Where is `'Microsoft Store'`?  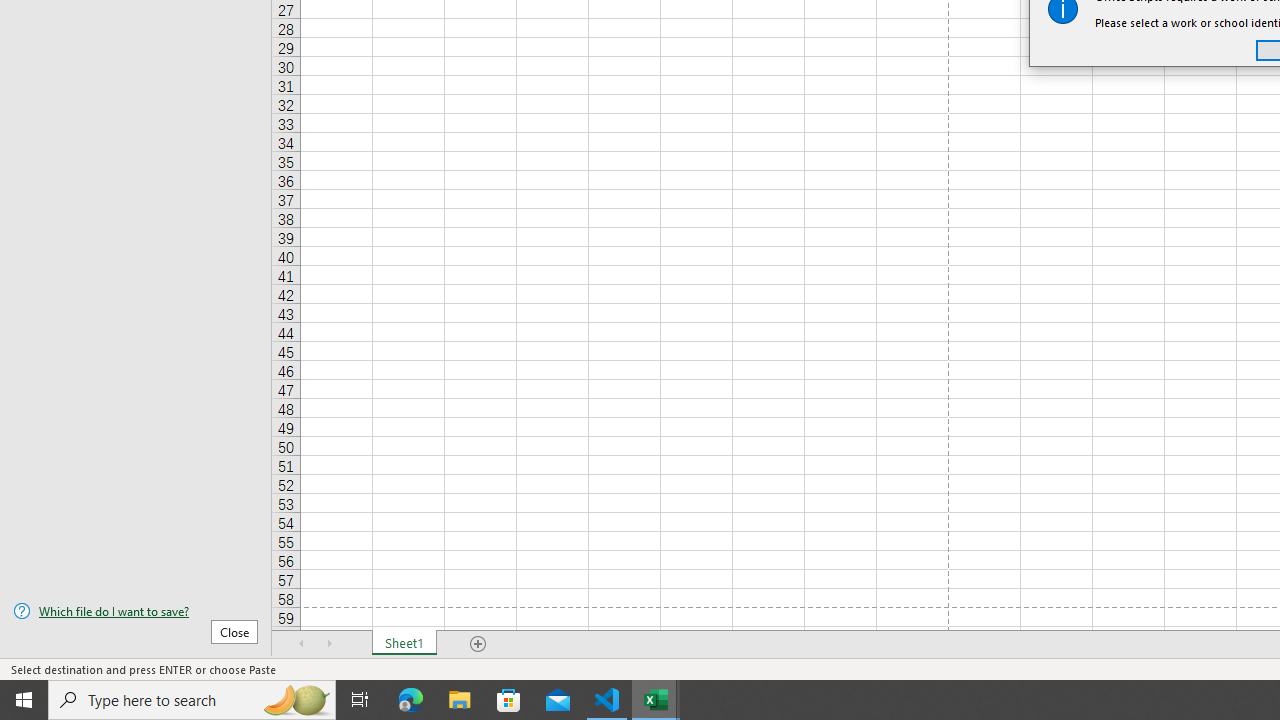 'Microsoft Store' is located at coordinates (509, 698).